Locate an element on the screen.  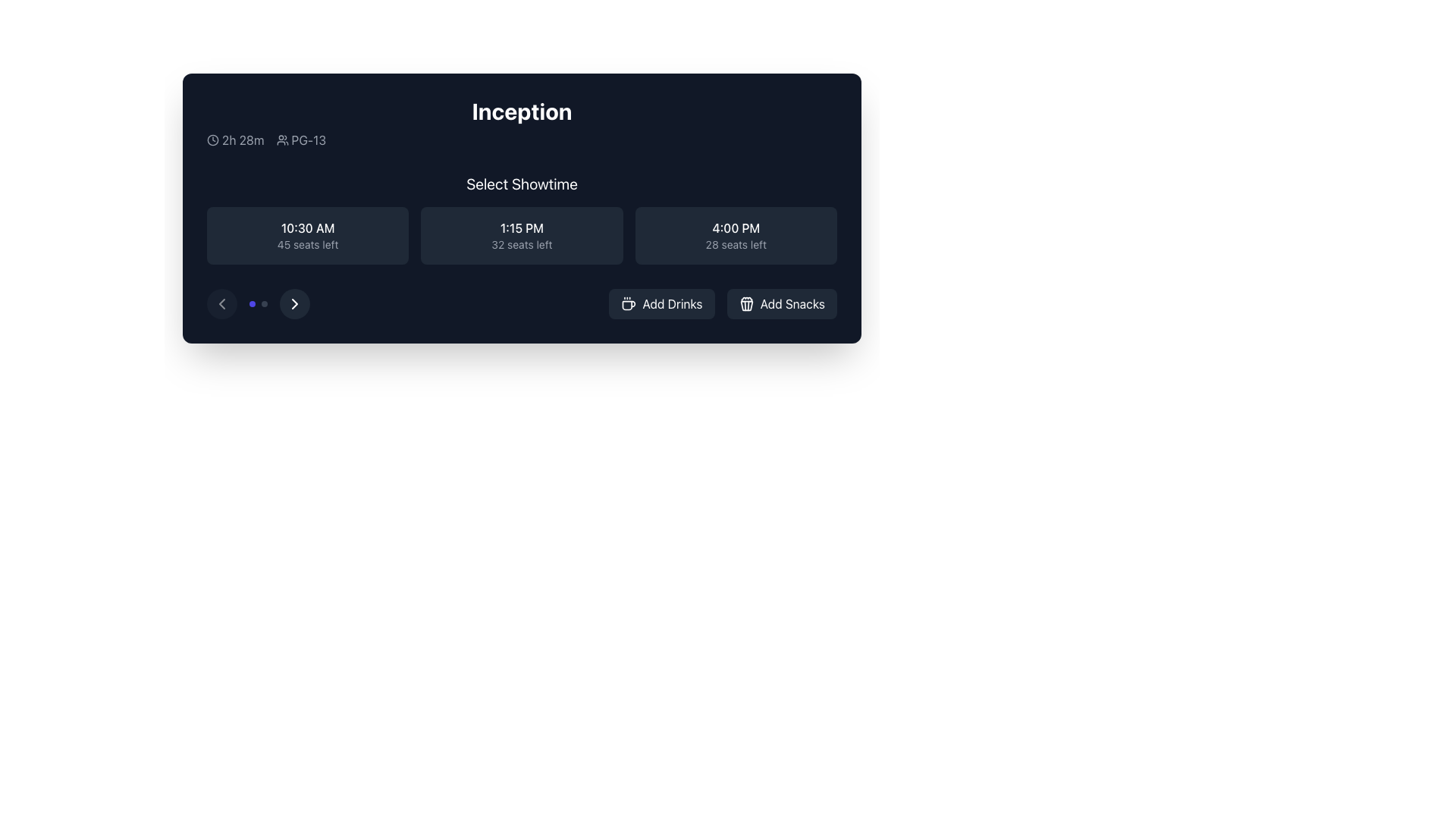
the 'Add Snacks' button, which has a dark background and white text, located in the lower right section of the modal containing showtime options is located at coordinates (792, 304).